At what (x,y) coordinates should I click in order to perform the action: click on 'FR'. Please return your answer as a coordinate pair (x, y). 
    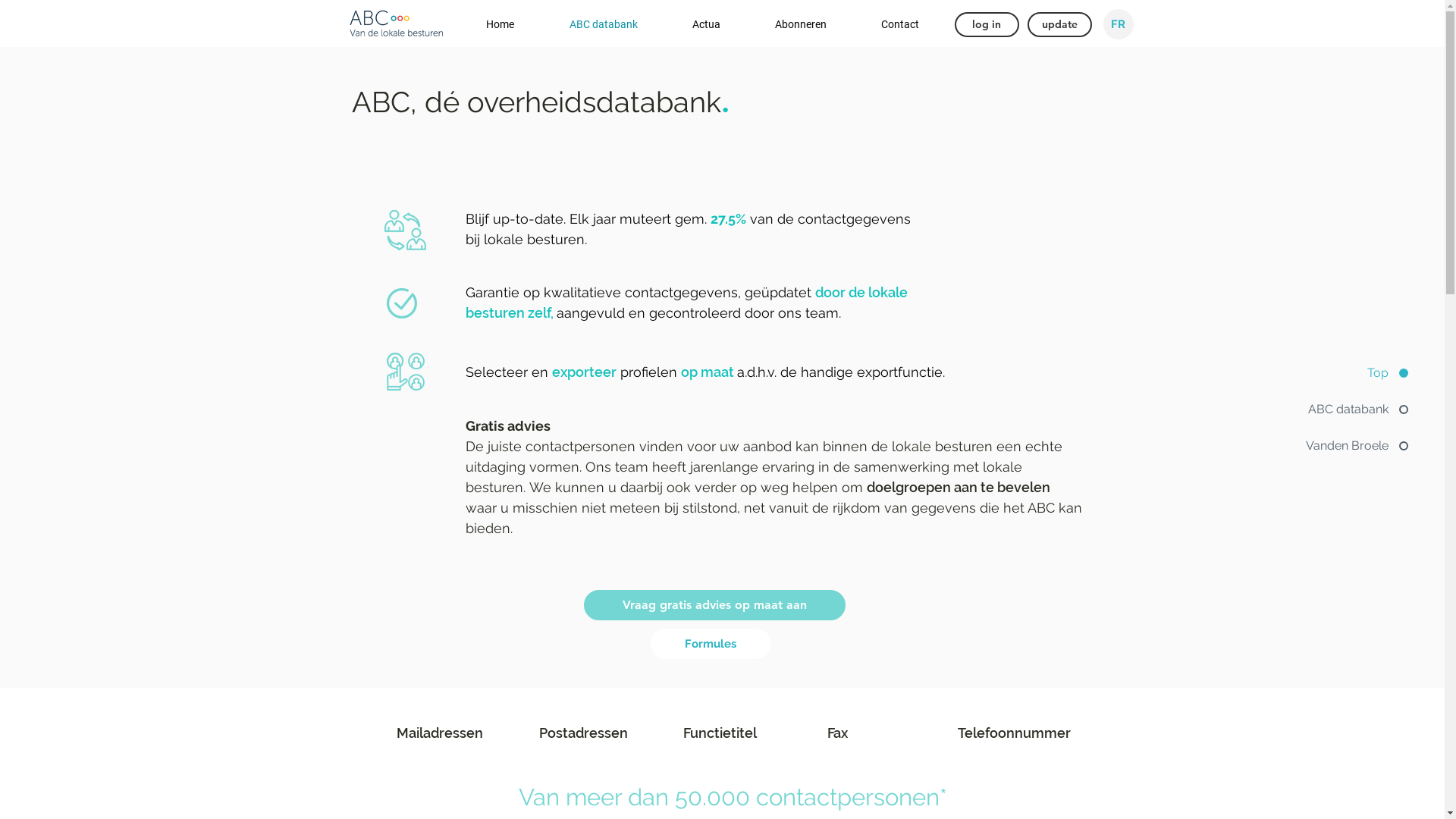
    Looking at the image, I should click on (1117, 24).